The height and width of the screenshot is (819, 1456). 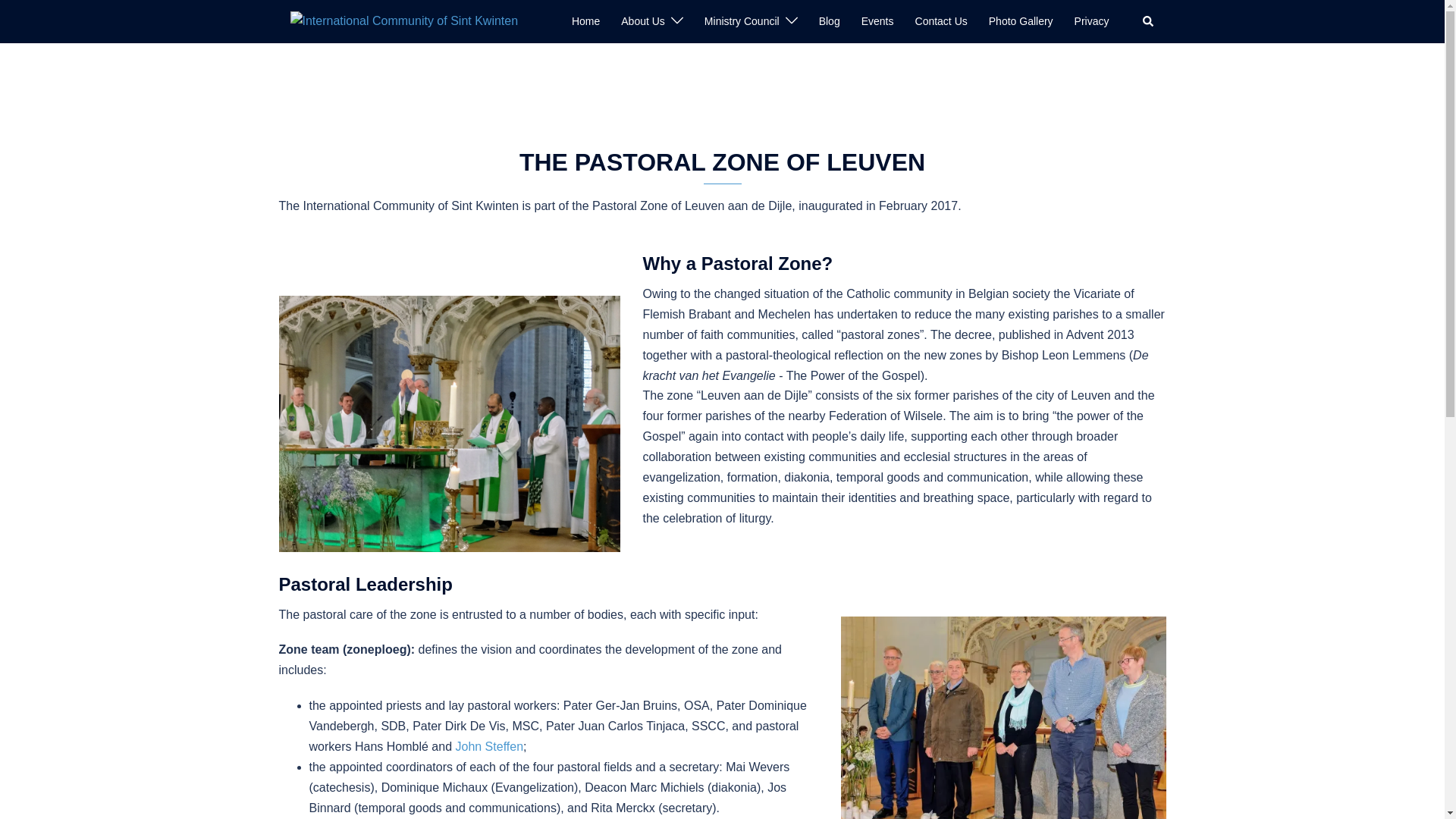 What do you see at coordinates (585, 22) in the screenshot?
I see `'Home'` at bounding box center [585, 22].